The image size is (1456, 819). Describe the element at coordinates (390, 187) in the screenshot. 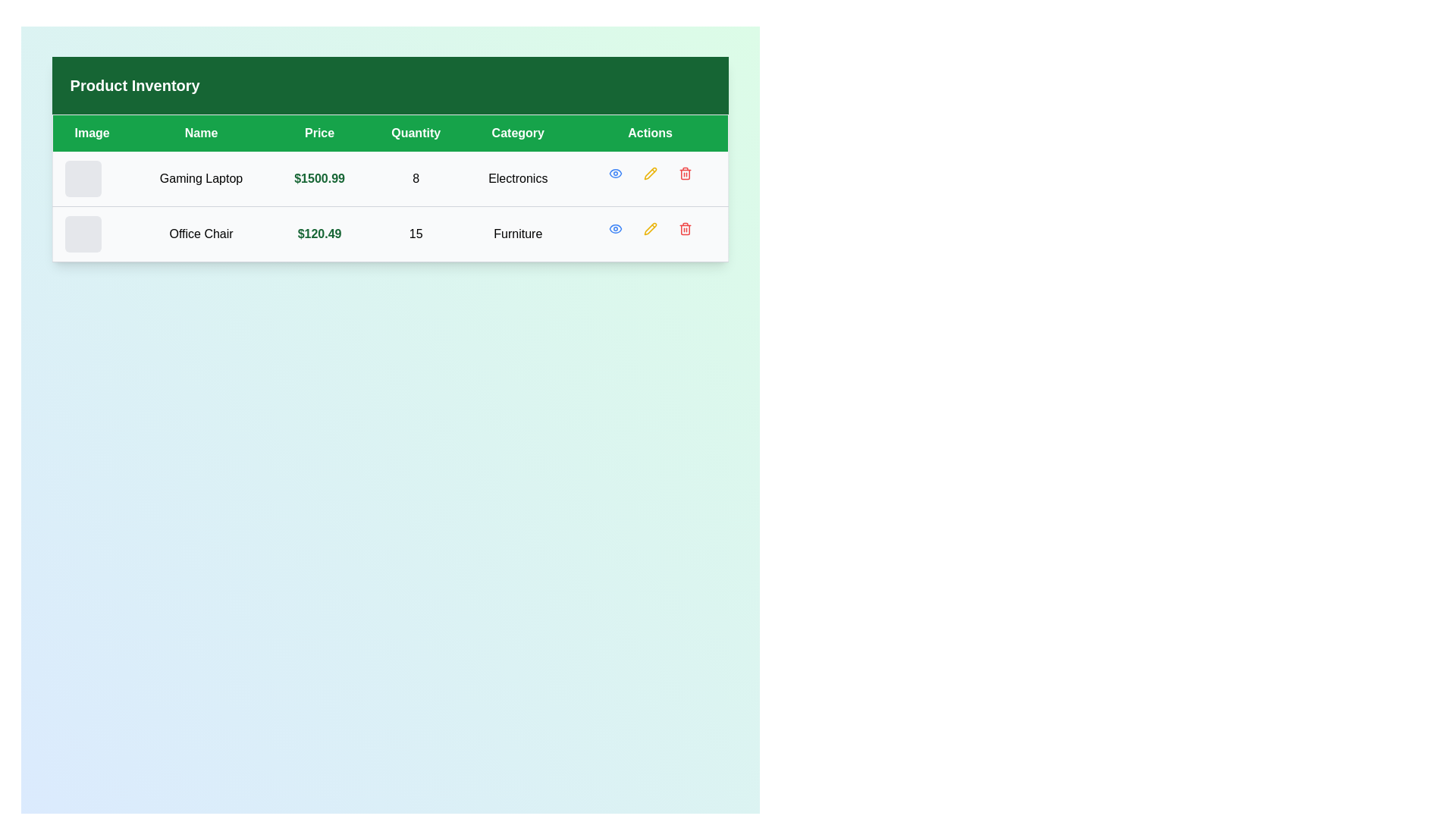

I see `items in the product inventory table by clicking on the checkmarks provided in the rows` at that location.